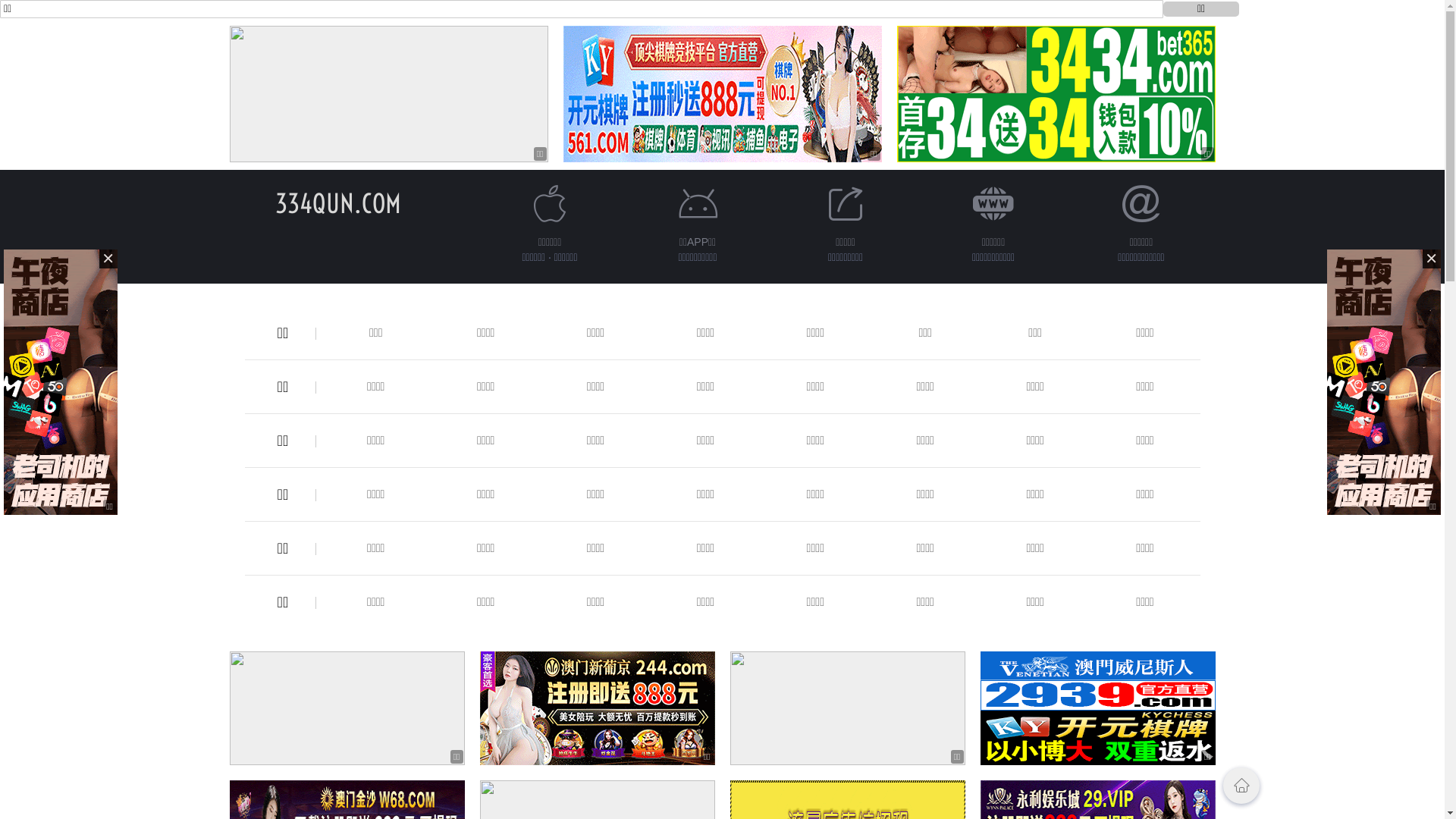  Describe the element at coordinates (337, 202) in the screenshot. I see `'334QUN.COM'` at that location.